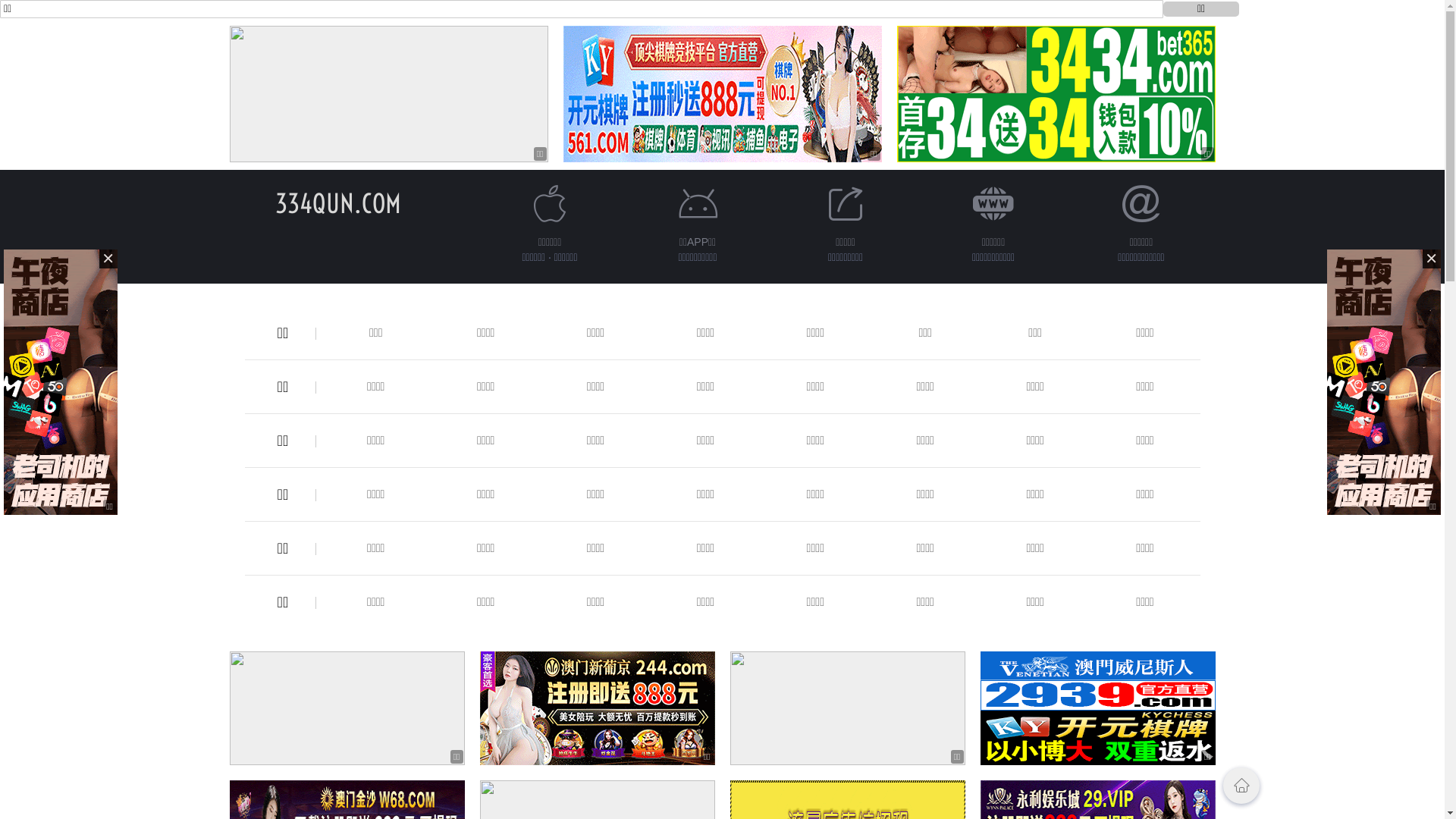  Describe the element at coordinates (337, 202) in the screenshot. I see `'334QUN.COM'` at that location.